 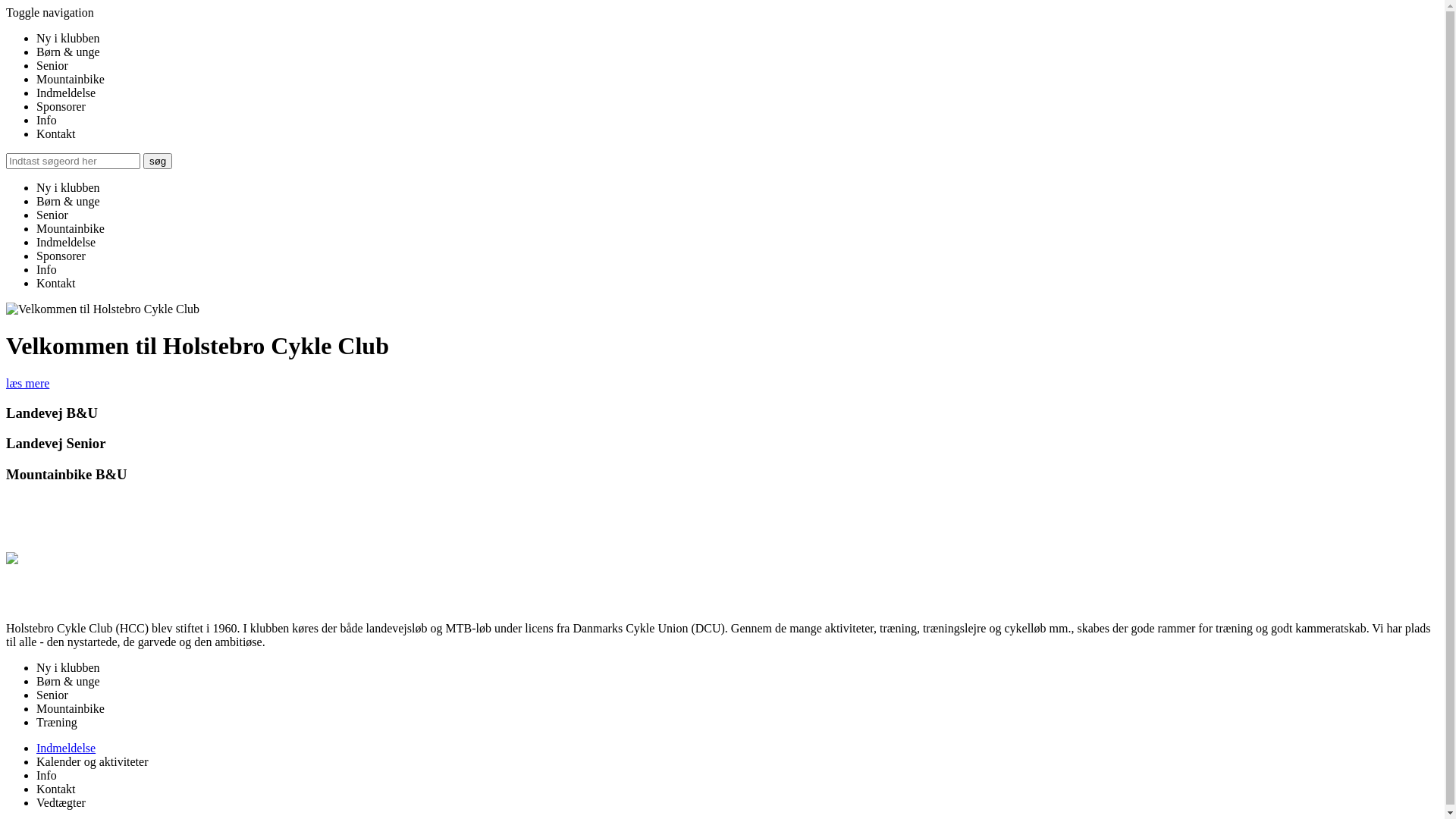 I want to click on 'Sponsorer', so click(x=61, y=255).